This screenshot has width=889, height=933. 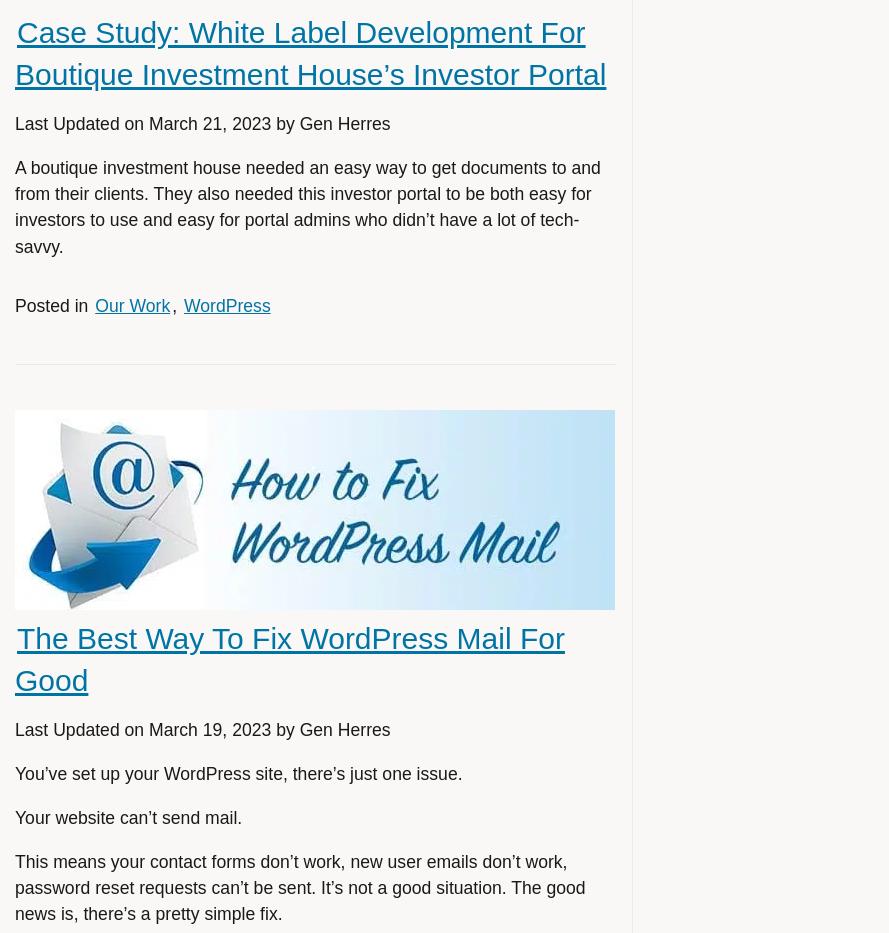 What do you see at coordinates (15, 657) in the screenshot?
I see `'The Best Way to Fix WordPress Mail for Good'` at bounding box center [15, 657].